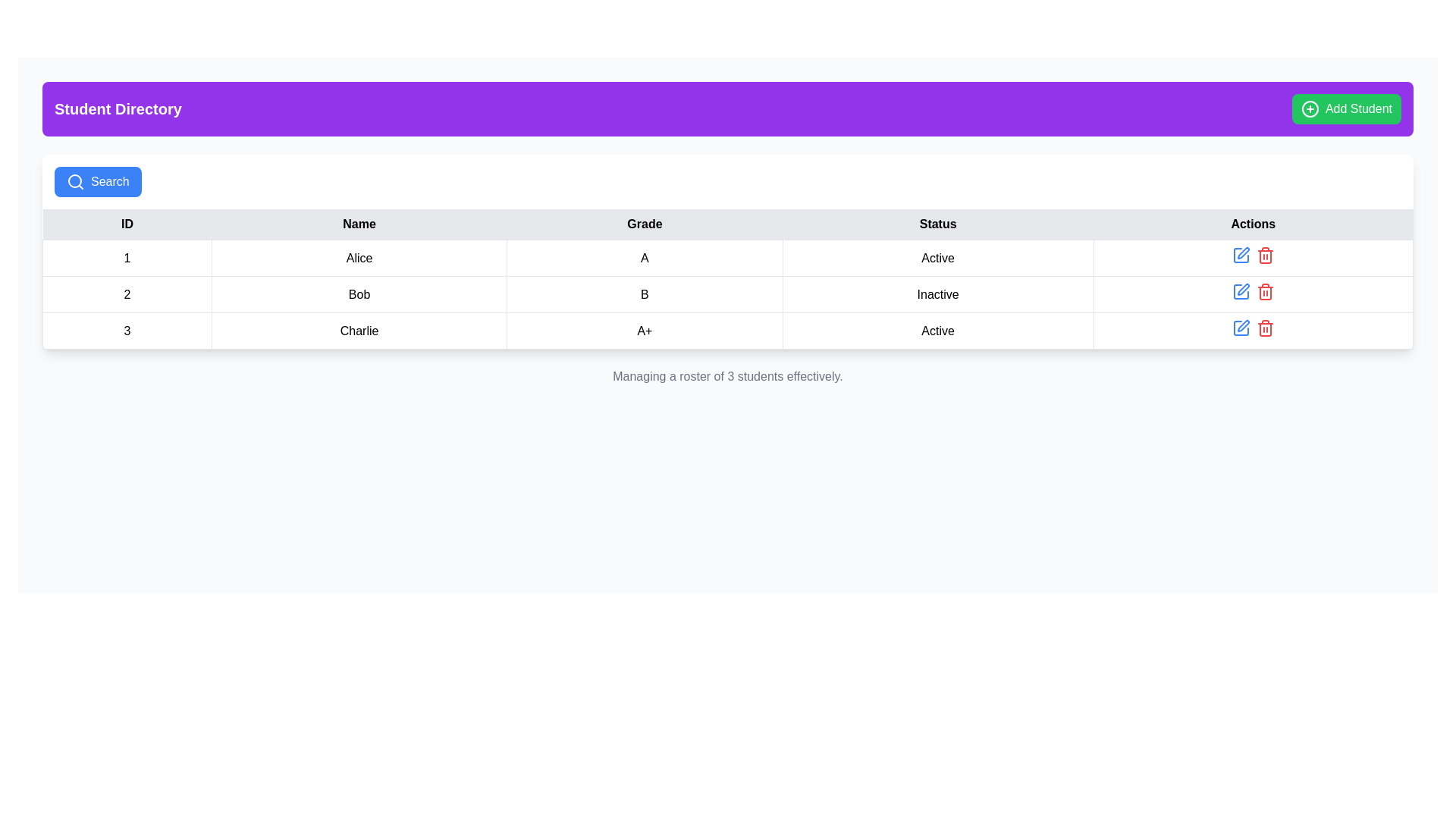  I want to click on on the second row of the user information table, which displays ID: 2, Name: Bob, Grade: B, Status: Inactive, so click(728, 294).